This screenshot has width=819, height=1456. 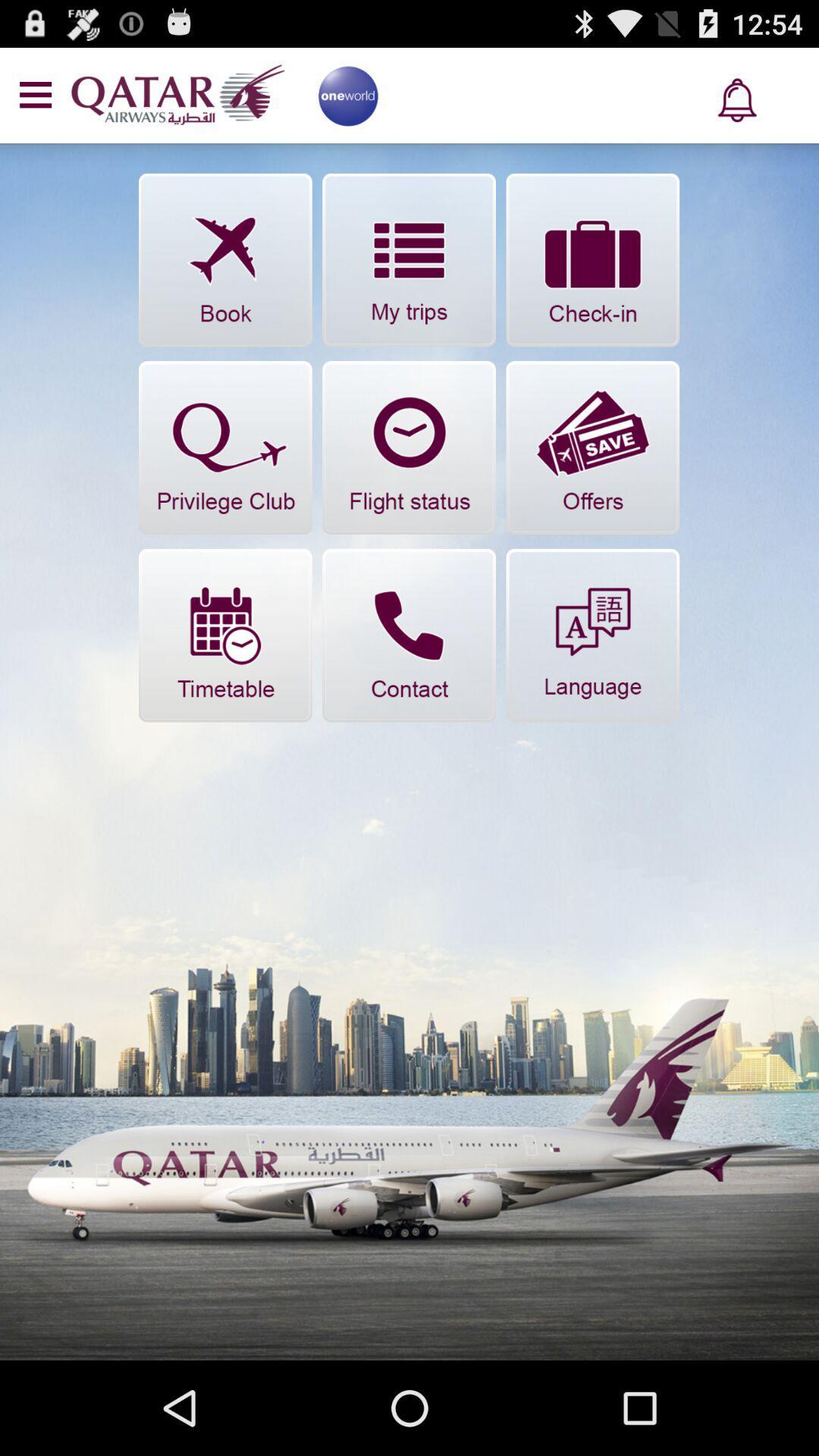 I want to click on contact the company, so click(x=408, y=635).